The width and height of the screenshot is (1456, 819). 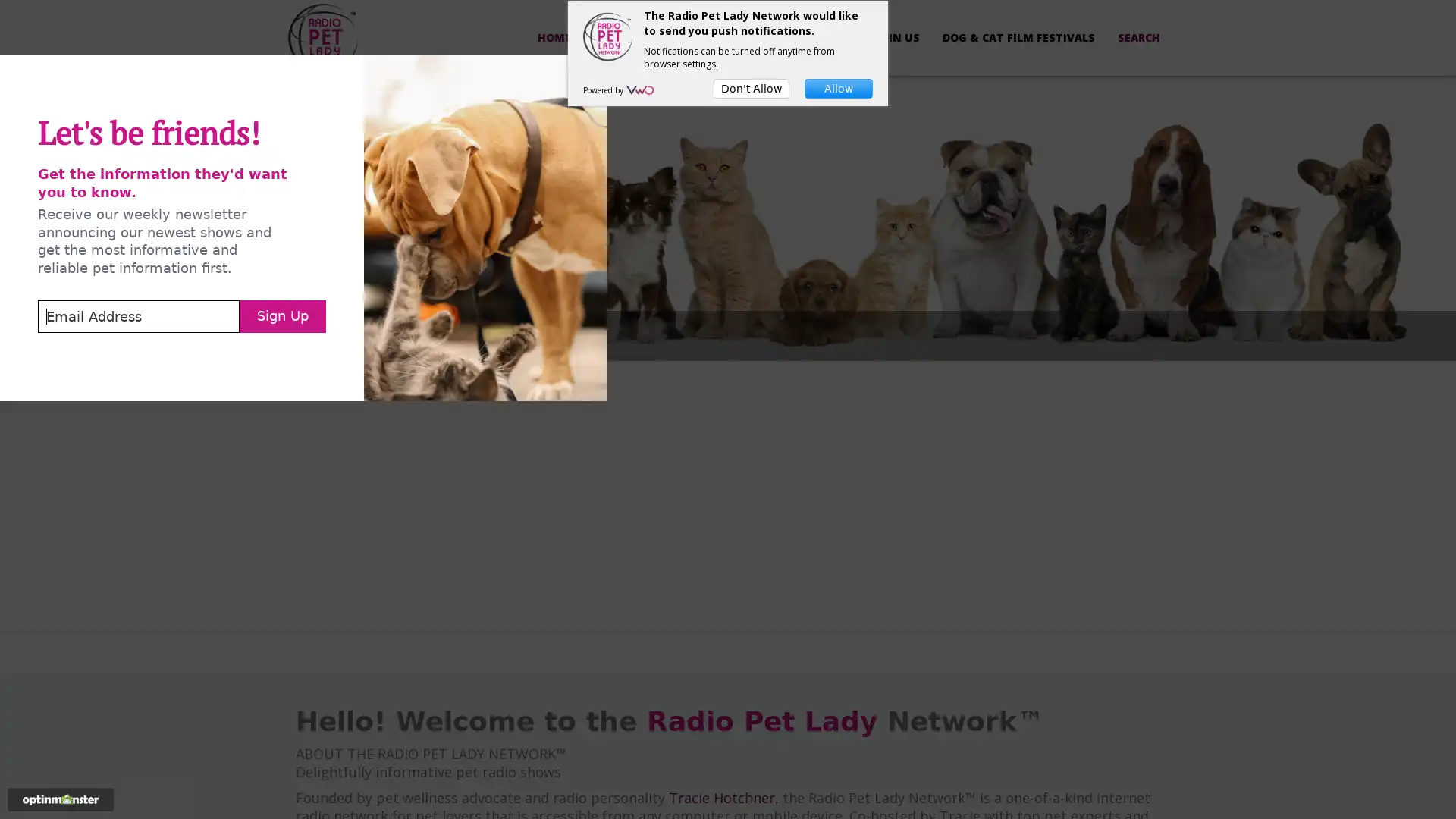 I want to click on Sign Up, so click(x=706, y=497).